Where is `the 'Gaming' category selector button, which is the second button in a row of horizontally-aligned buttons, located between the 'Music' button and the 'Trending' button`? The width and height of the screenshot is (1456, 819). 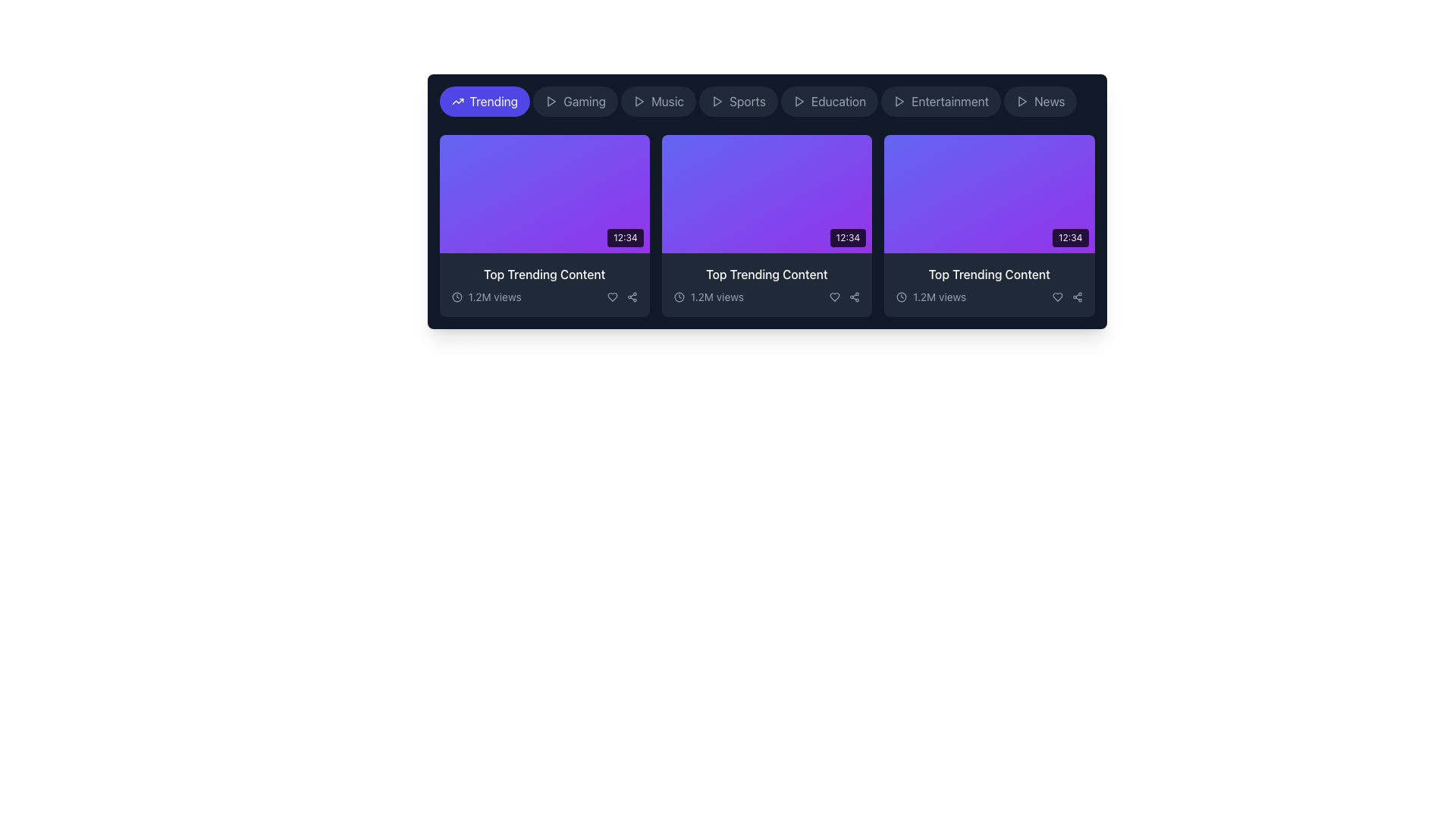 the 'Gaming' category selector button, which is the second button in a row of horizontally-aligned buttons, located between the 'Music' button and the 'Trending' button is located at coordinates (575, 102).